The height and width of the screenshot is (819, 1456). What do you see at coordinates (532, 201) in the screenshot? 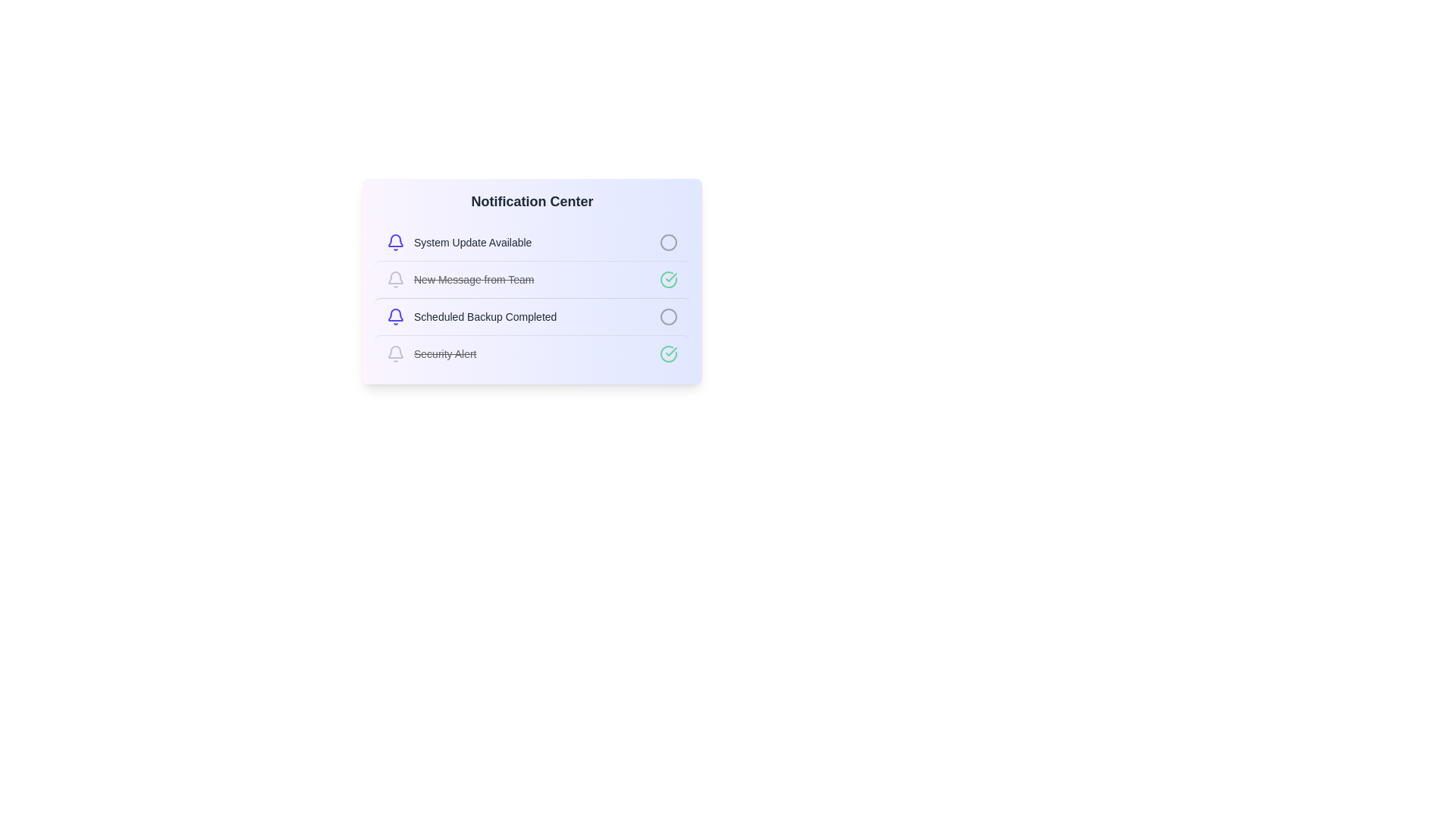
I see `the Notification Center title` at bounding box center [532, 201].